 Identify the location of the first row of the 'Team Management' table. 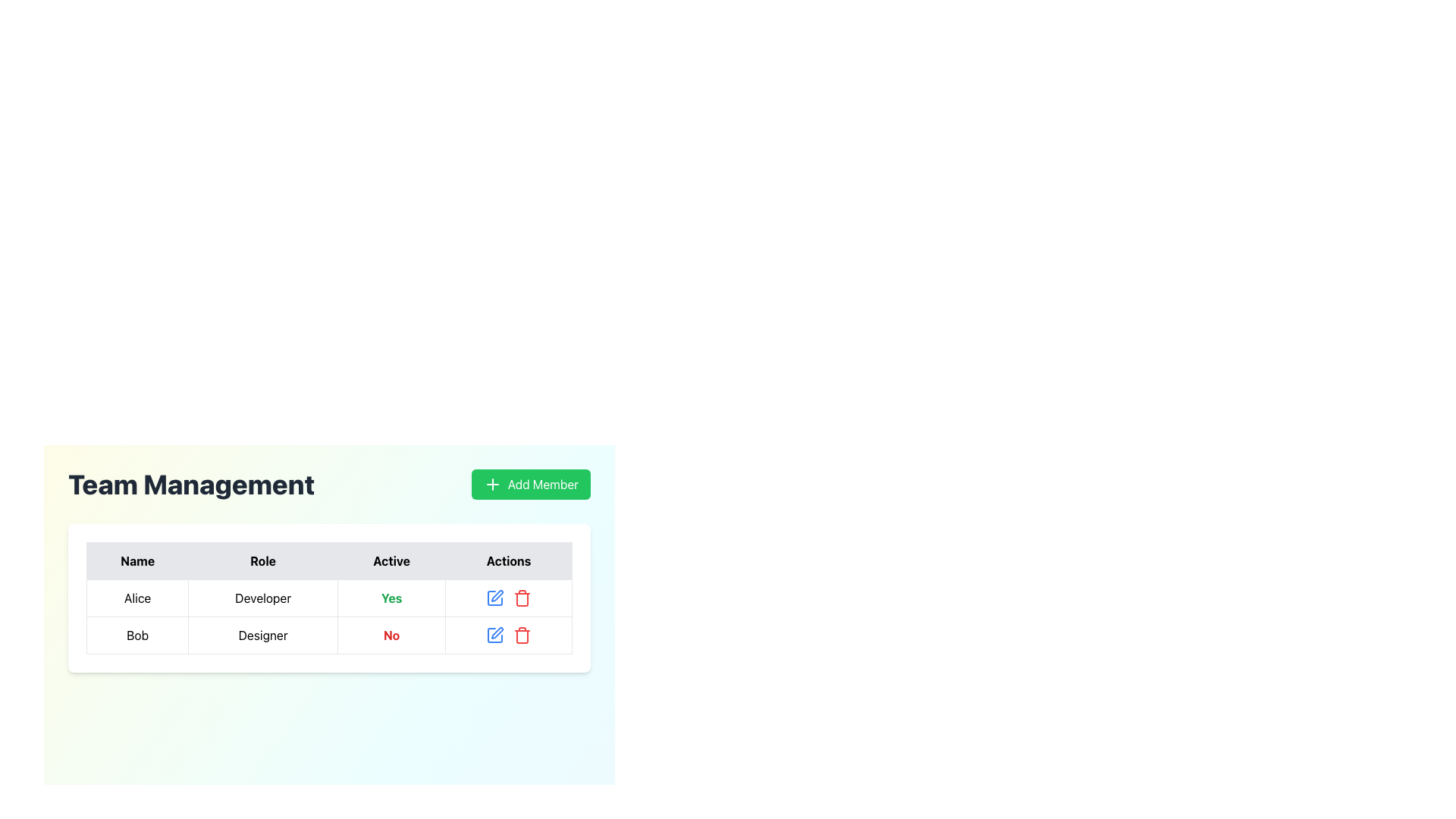
(328, 598).